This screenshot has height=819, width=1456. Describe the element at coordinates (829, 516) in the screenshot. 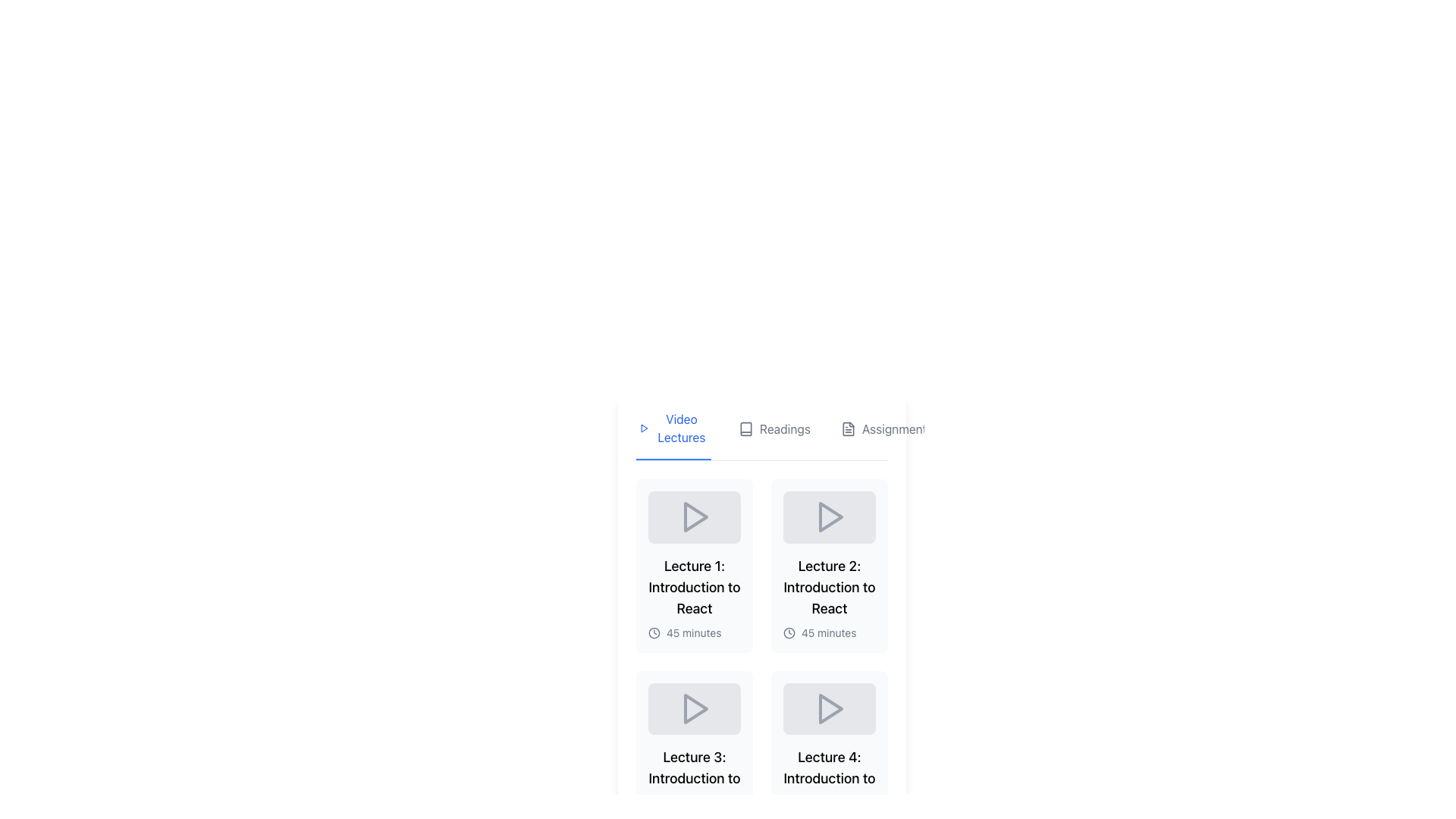

I see `the play icon button for the lecture titled 'Lecture 2: Introduction to React'` at that location.